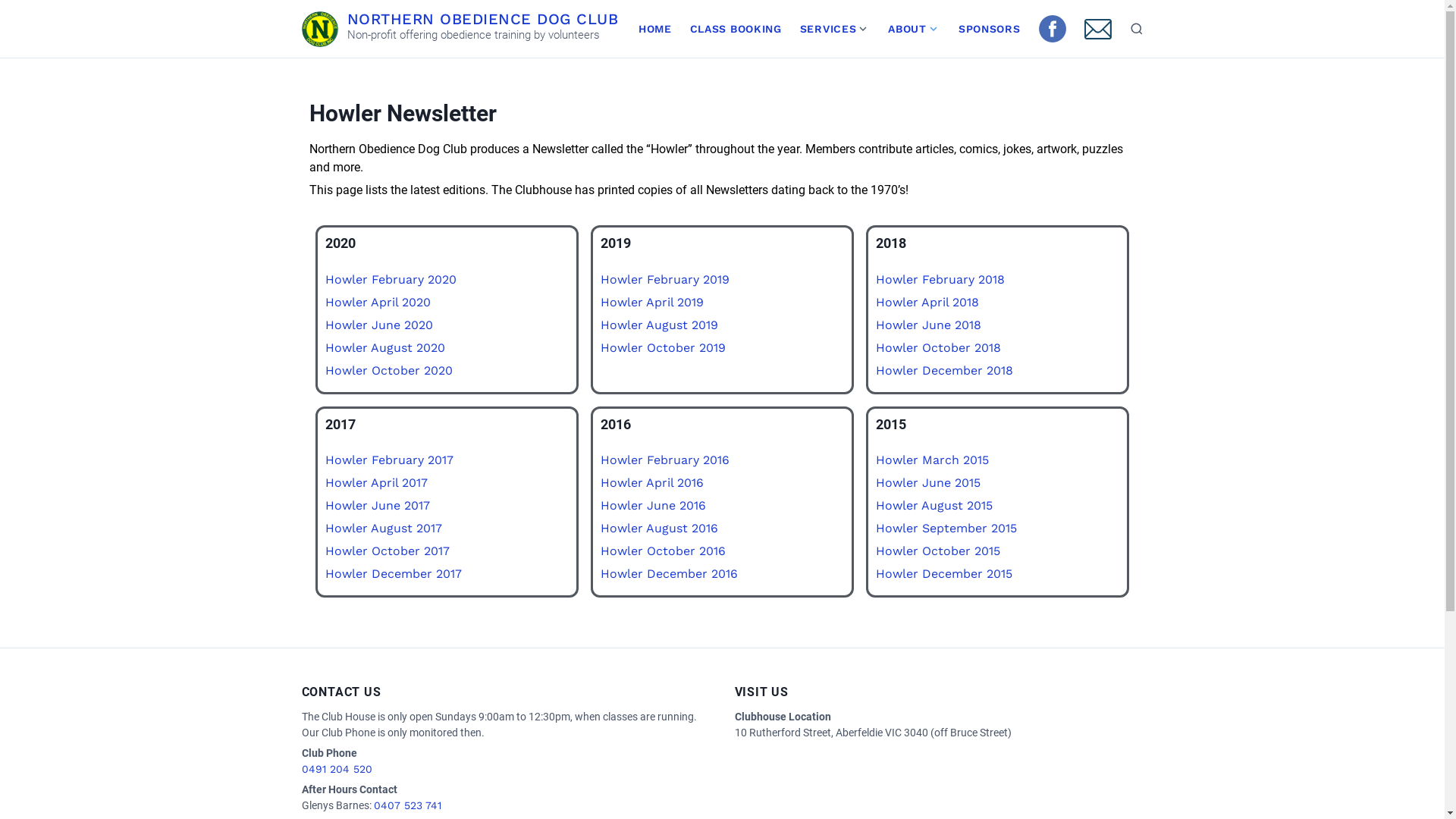  Describe the element at coordinates (927, 301) in the screenshot. I see `'Howler April 2018'` at that location.